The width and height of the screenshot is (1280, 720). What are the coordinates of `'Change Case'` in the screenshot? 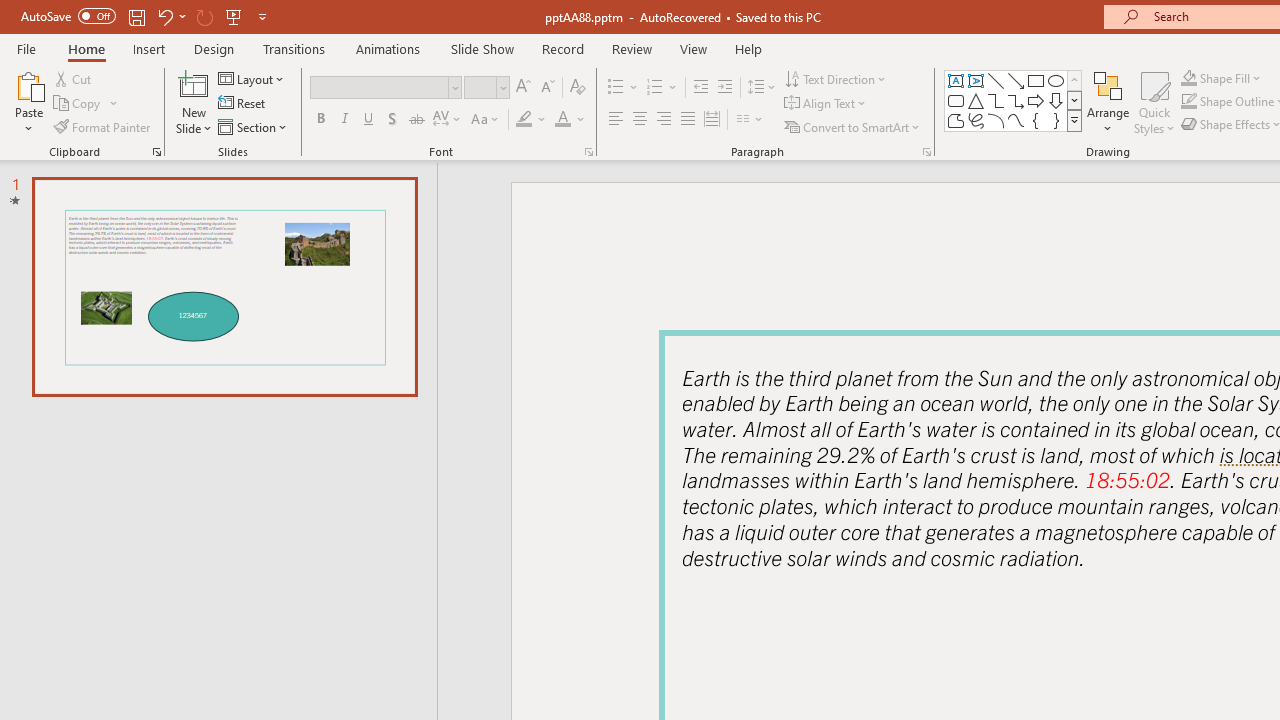 It's located at (486, 119).